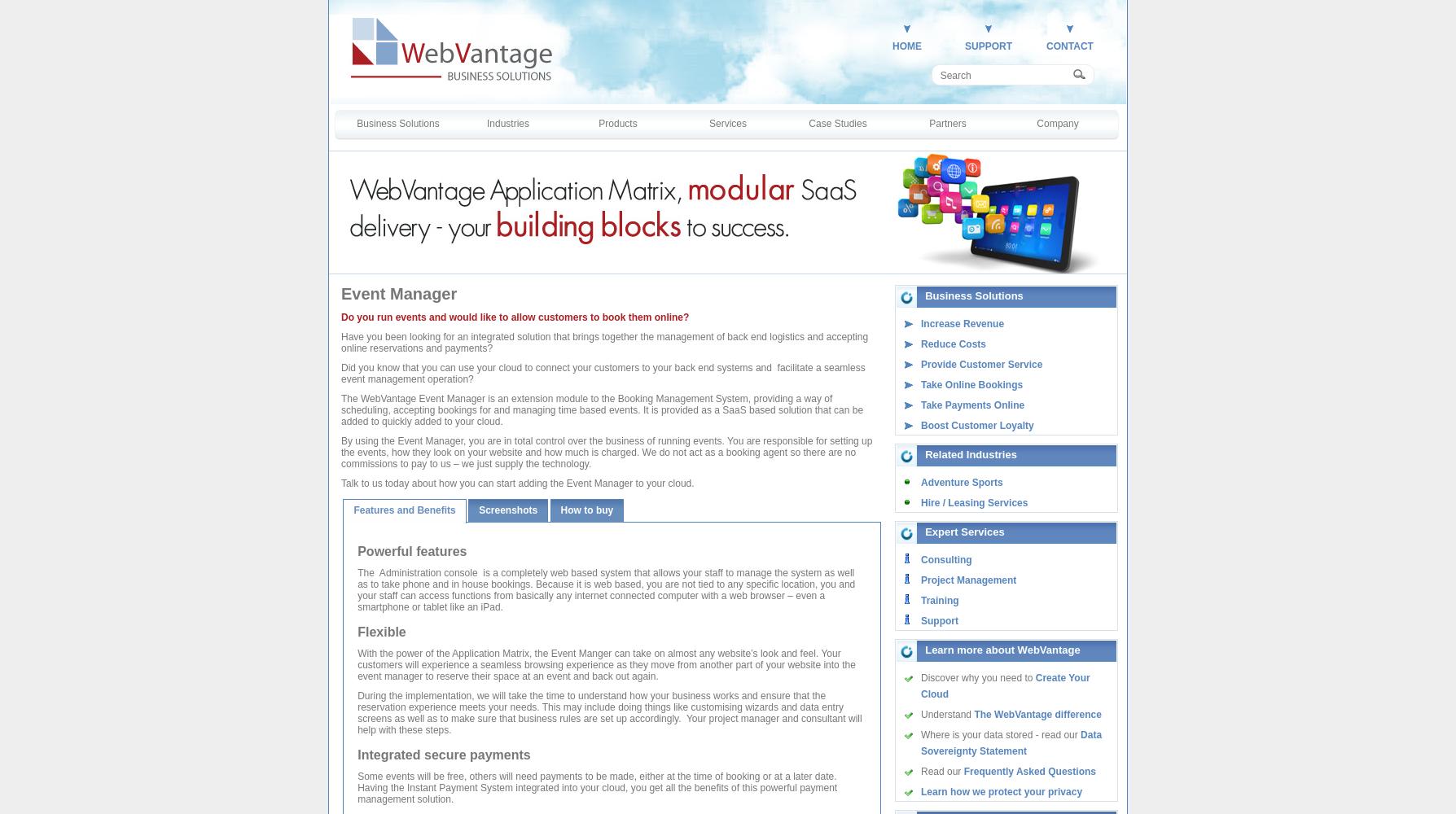 The height and width of the screenshot is (814, 1456). I want to click on 'Related Industries', so click(970, 454).